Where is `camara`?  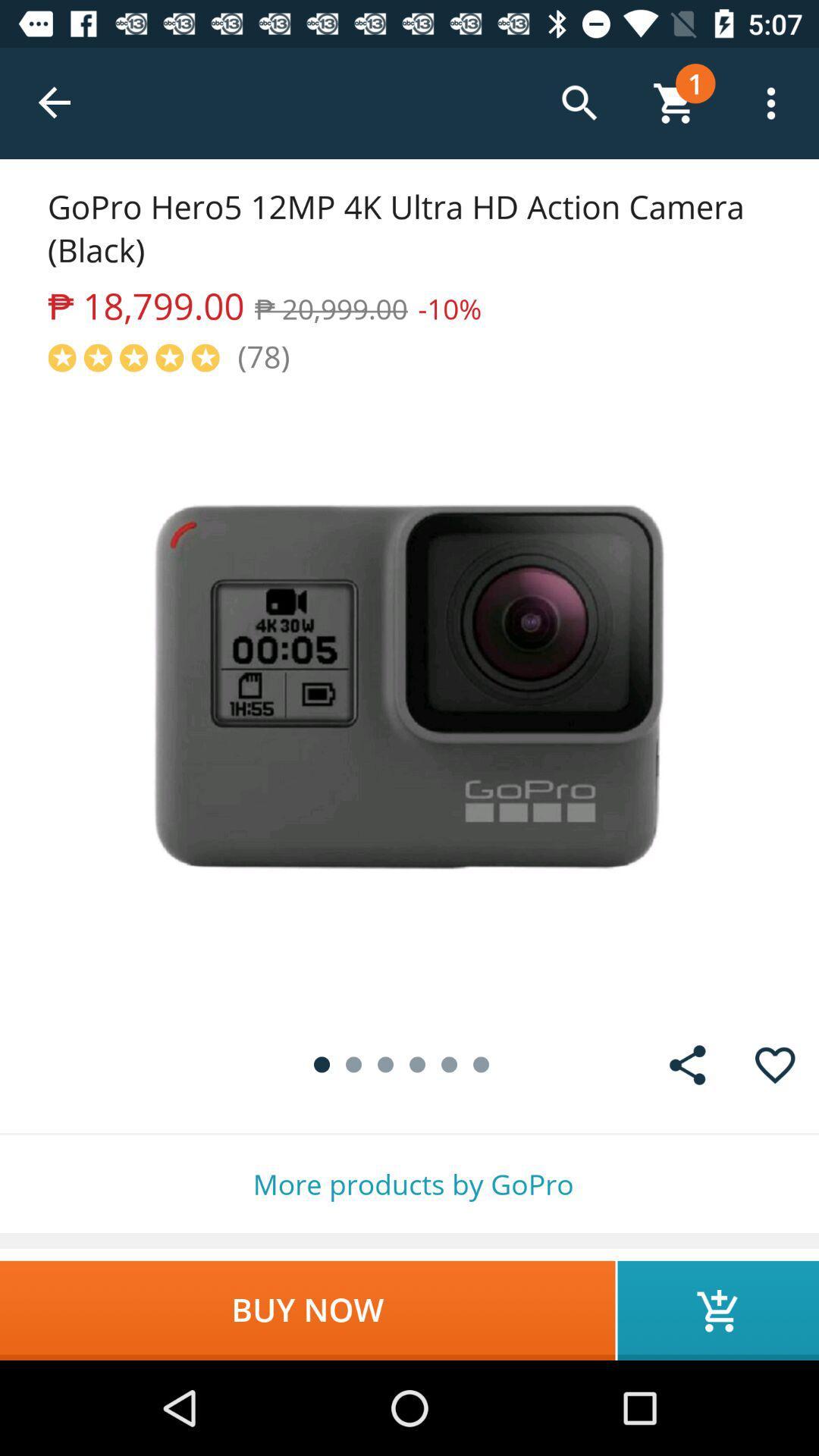 camara is located at coordinates (409, 698).